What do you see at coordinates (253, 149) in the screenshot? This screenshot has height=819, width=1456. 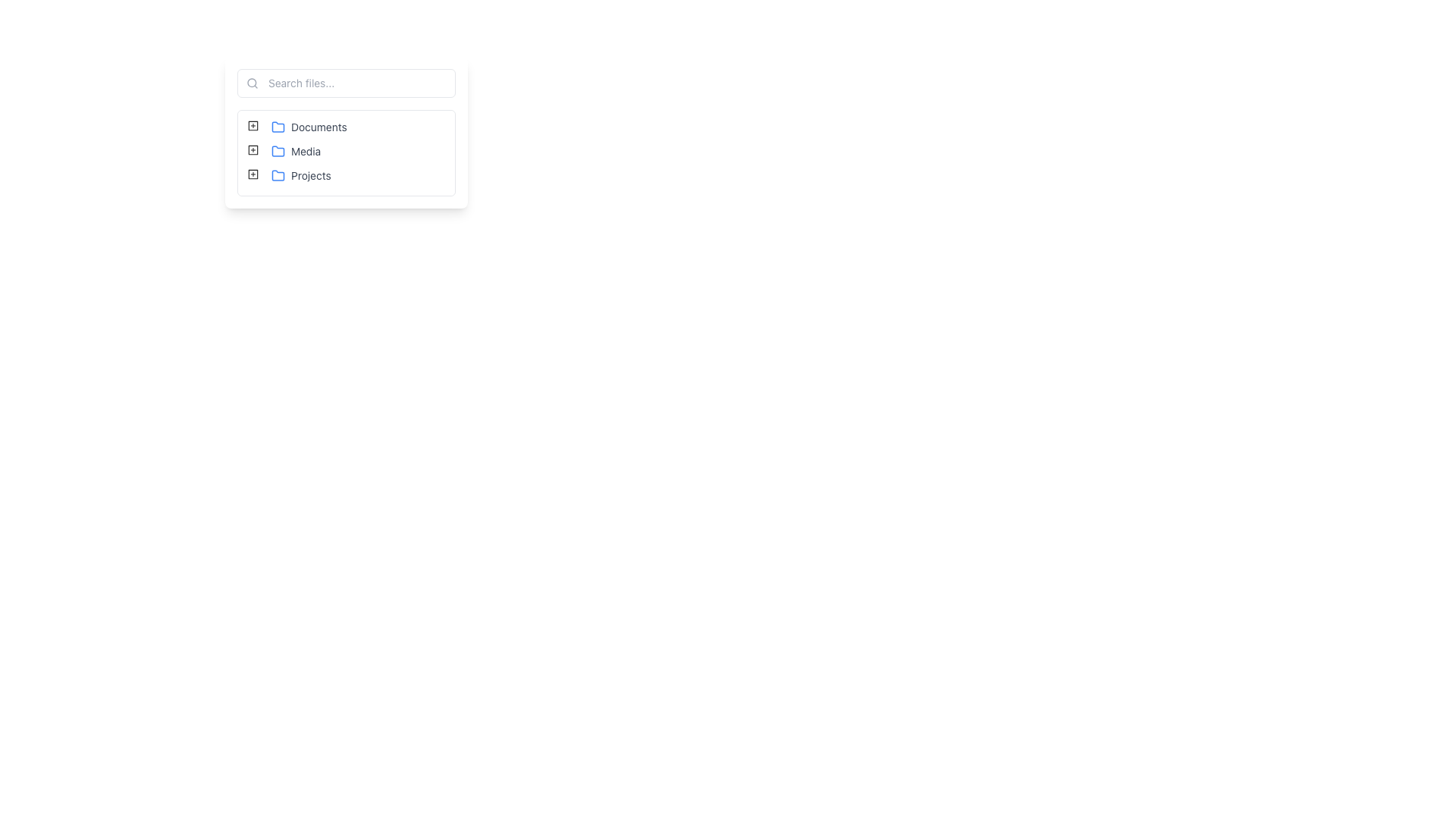 I see `the collapsible/expandable folder icon button for the 'Media' folder` at bounding box center [253, 149].